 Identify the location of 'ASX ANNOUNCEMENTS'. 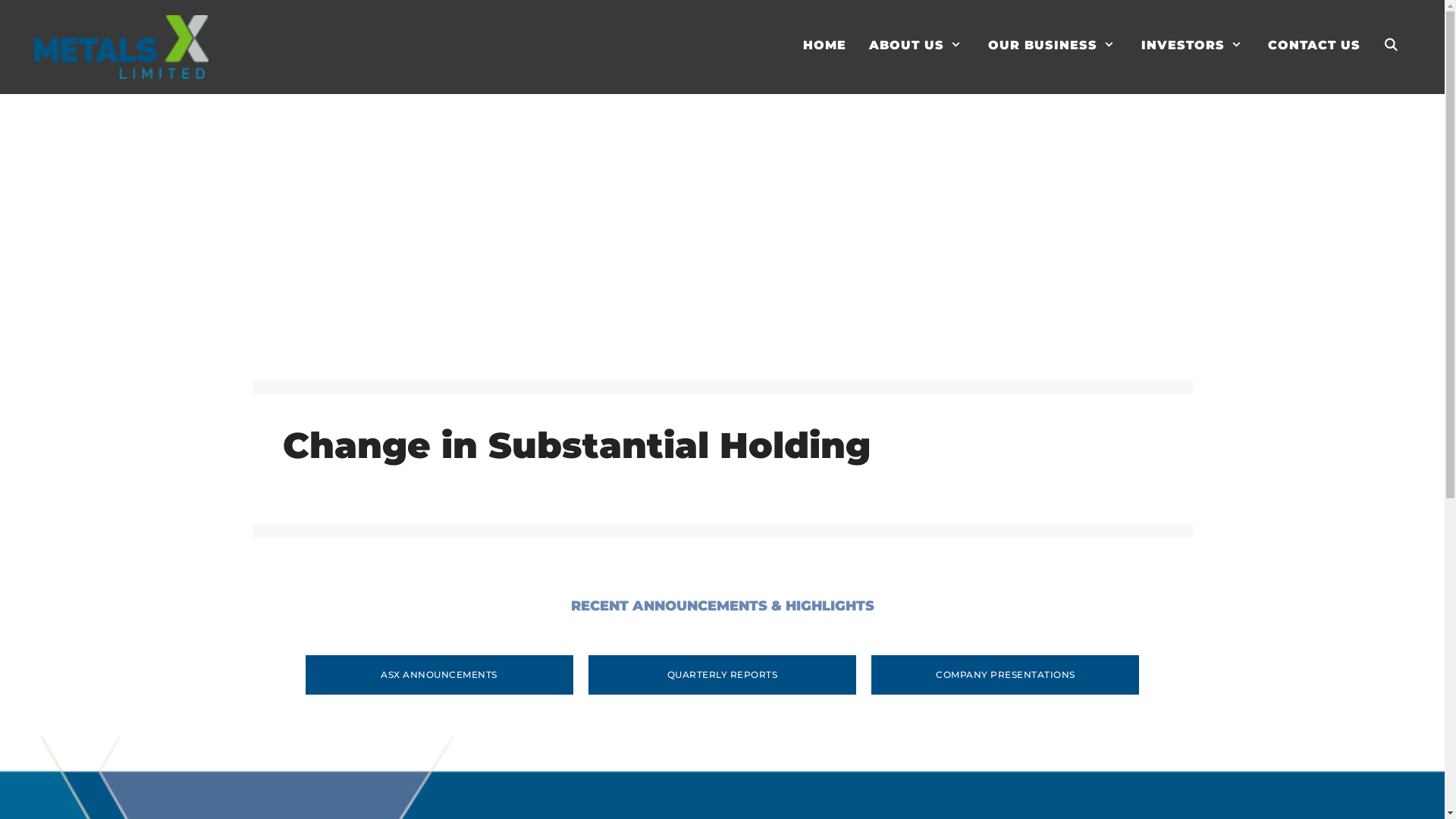
(438, 674).